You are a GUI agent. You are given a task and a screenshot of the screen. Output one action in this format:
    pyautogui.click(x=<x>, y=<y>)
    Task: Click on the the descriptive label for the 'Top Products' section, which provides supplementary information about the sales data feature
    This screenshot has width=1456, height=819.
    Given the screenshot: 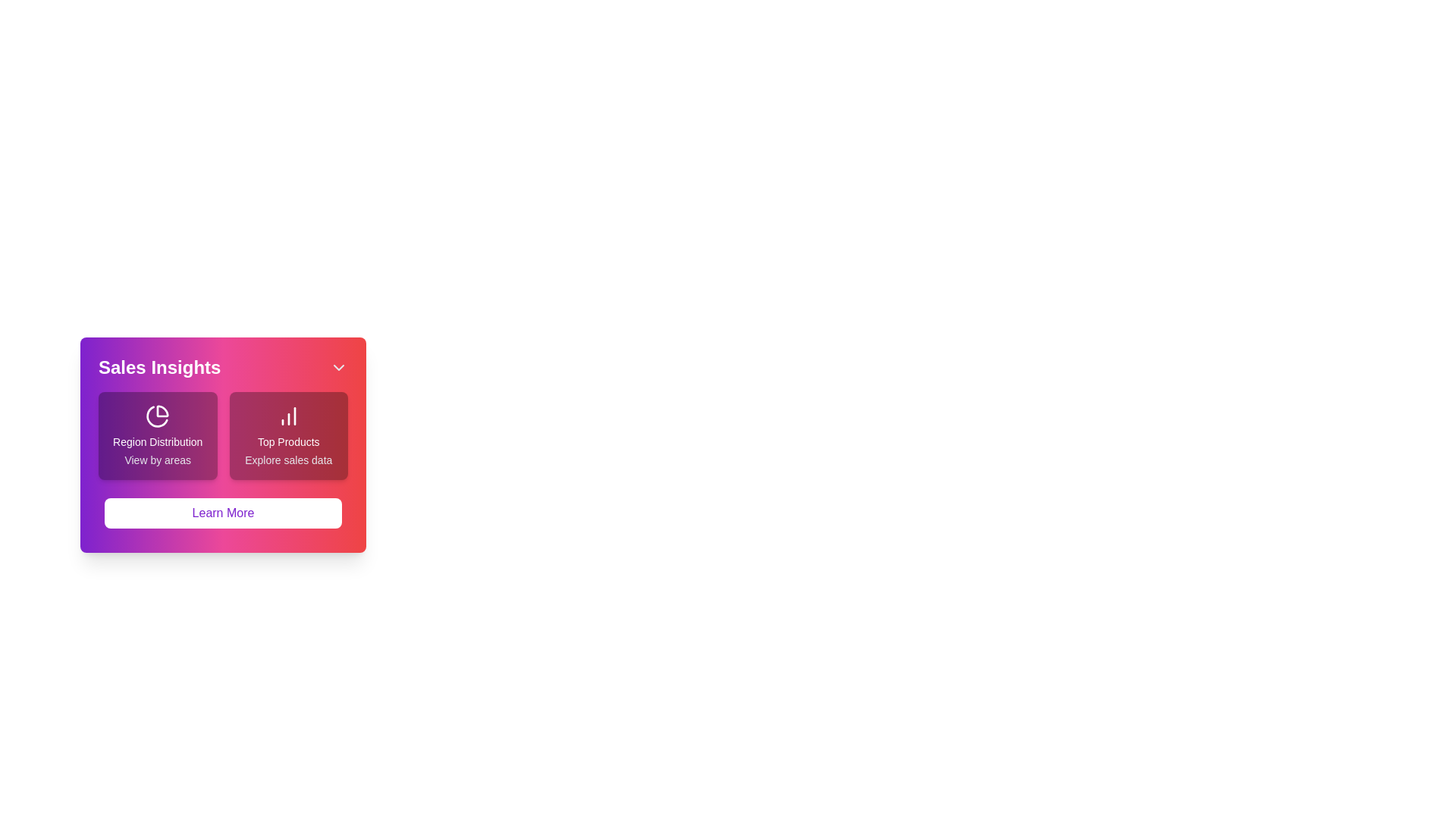 What is the action you would take?
    pyautogui.click(x=288, y=459)
    